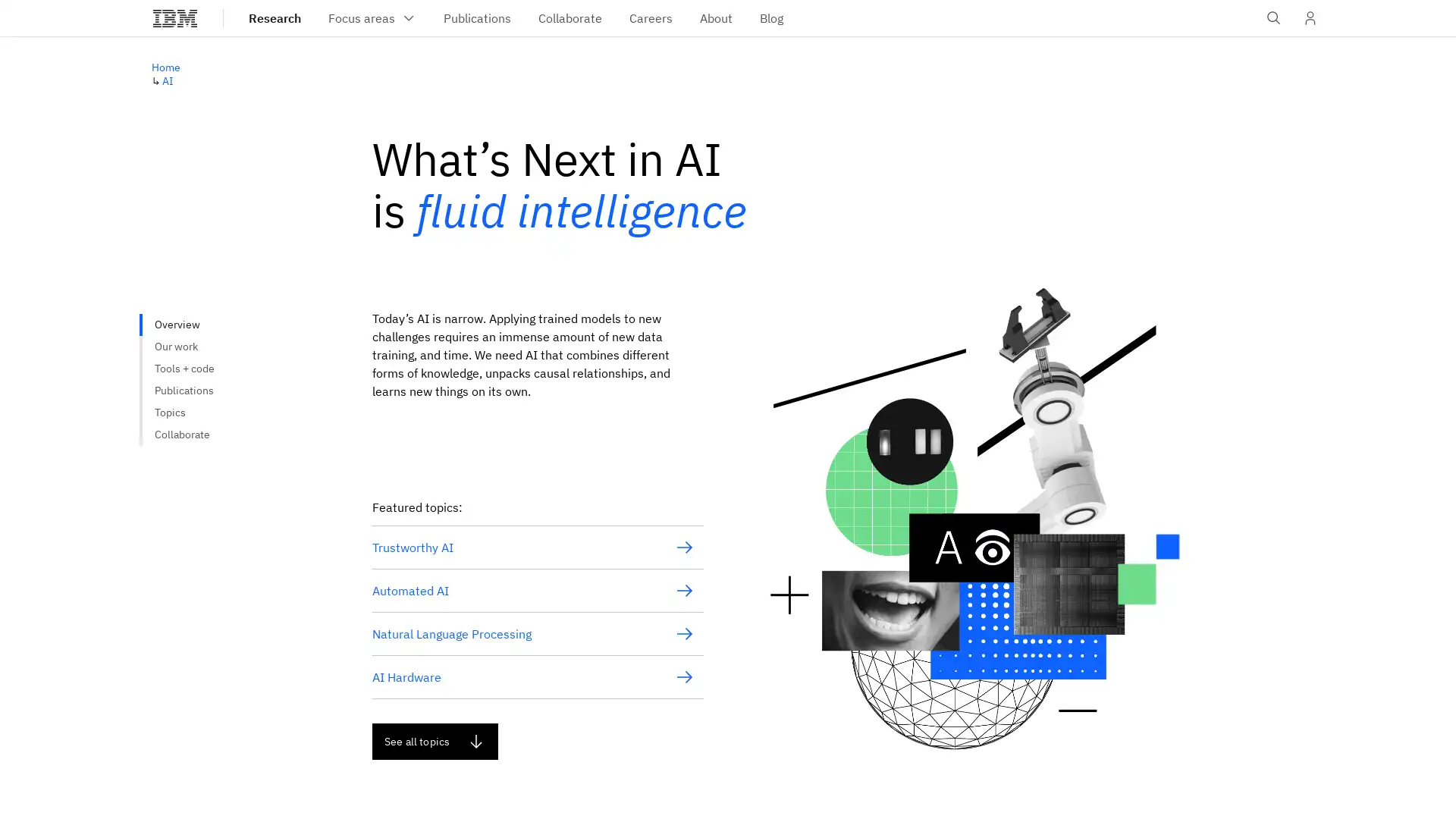 This screenshot has width=1456, height=819. I want to click on Do not sell my personal information, so click(1333, 769).